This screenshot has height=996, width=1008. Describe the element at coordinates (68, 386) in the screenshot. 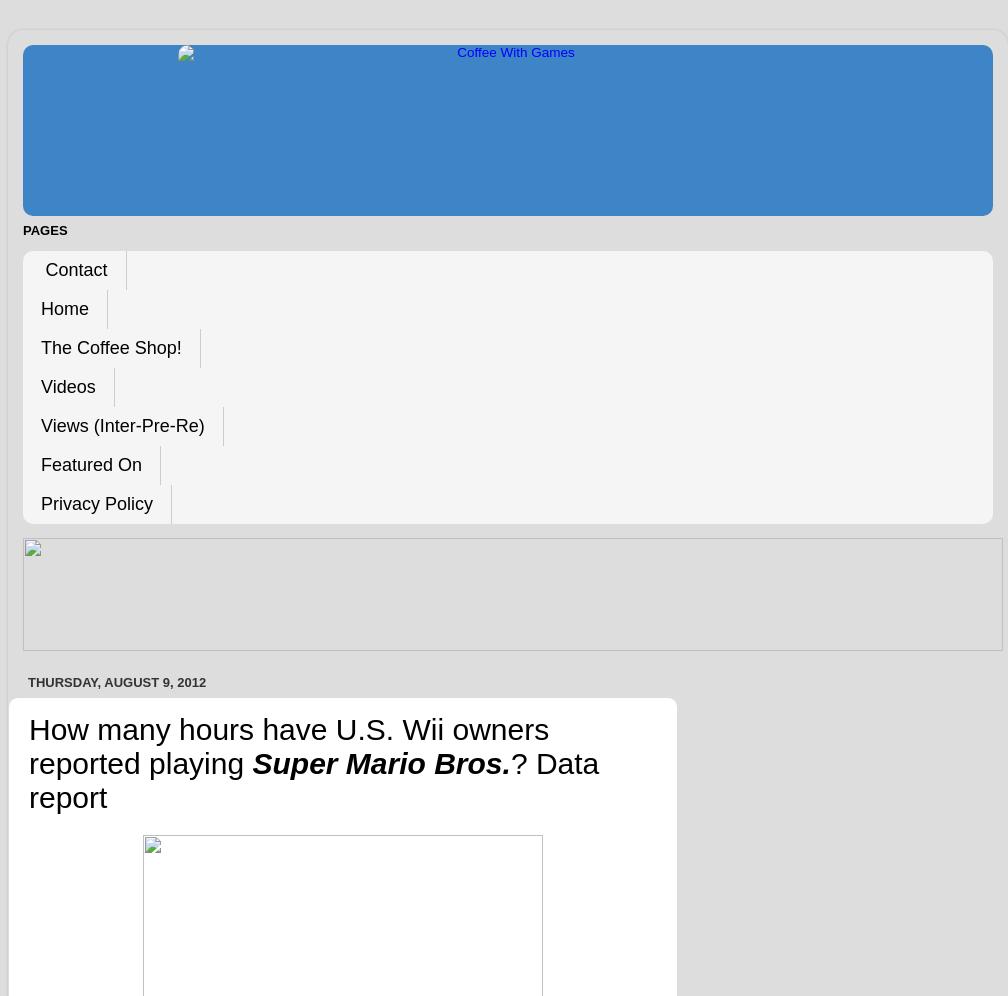

I see `'Videos'` at that location.